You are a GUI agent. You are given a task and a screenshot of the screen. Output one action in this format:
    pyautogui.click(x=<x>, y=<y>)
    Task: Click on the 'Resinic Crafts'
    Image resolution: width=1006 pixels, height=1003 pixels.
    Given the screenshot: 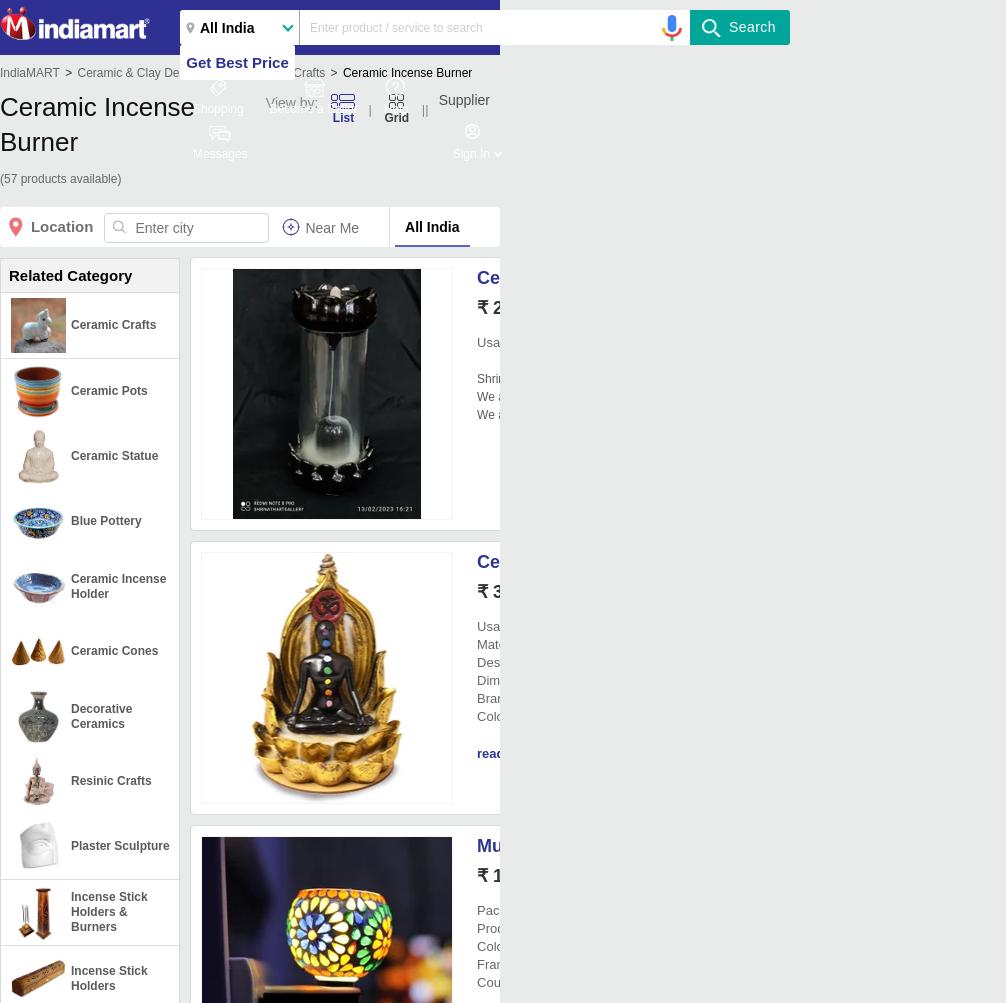 What is the action you would take?
    pyautogui.click(x=71, y=780)
    